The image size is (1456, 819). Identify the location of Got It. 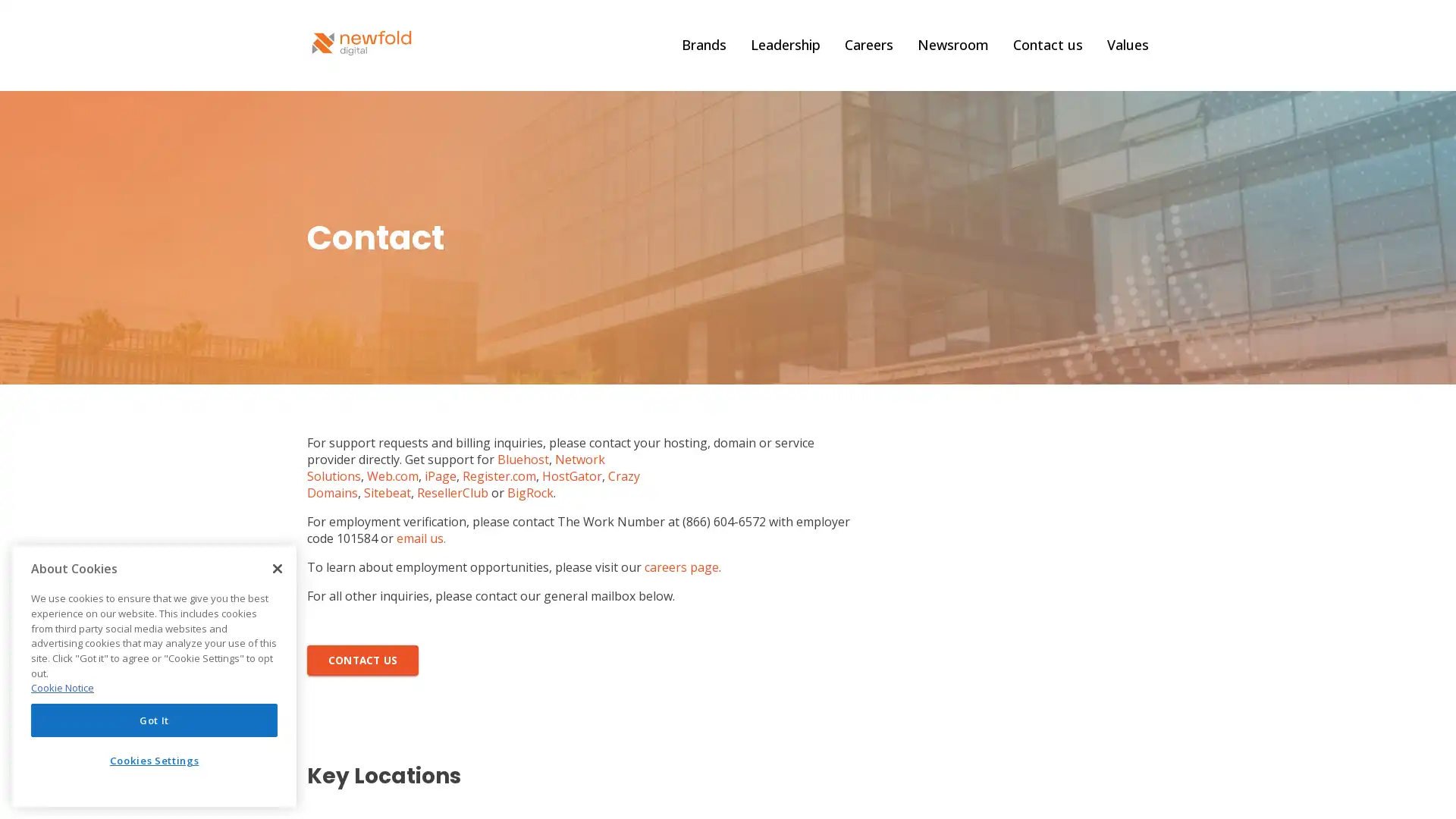
(154, 719).